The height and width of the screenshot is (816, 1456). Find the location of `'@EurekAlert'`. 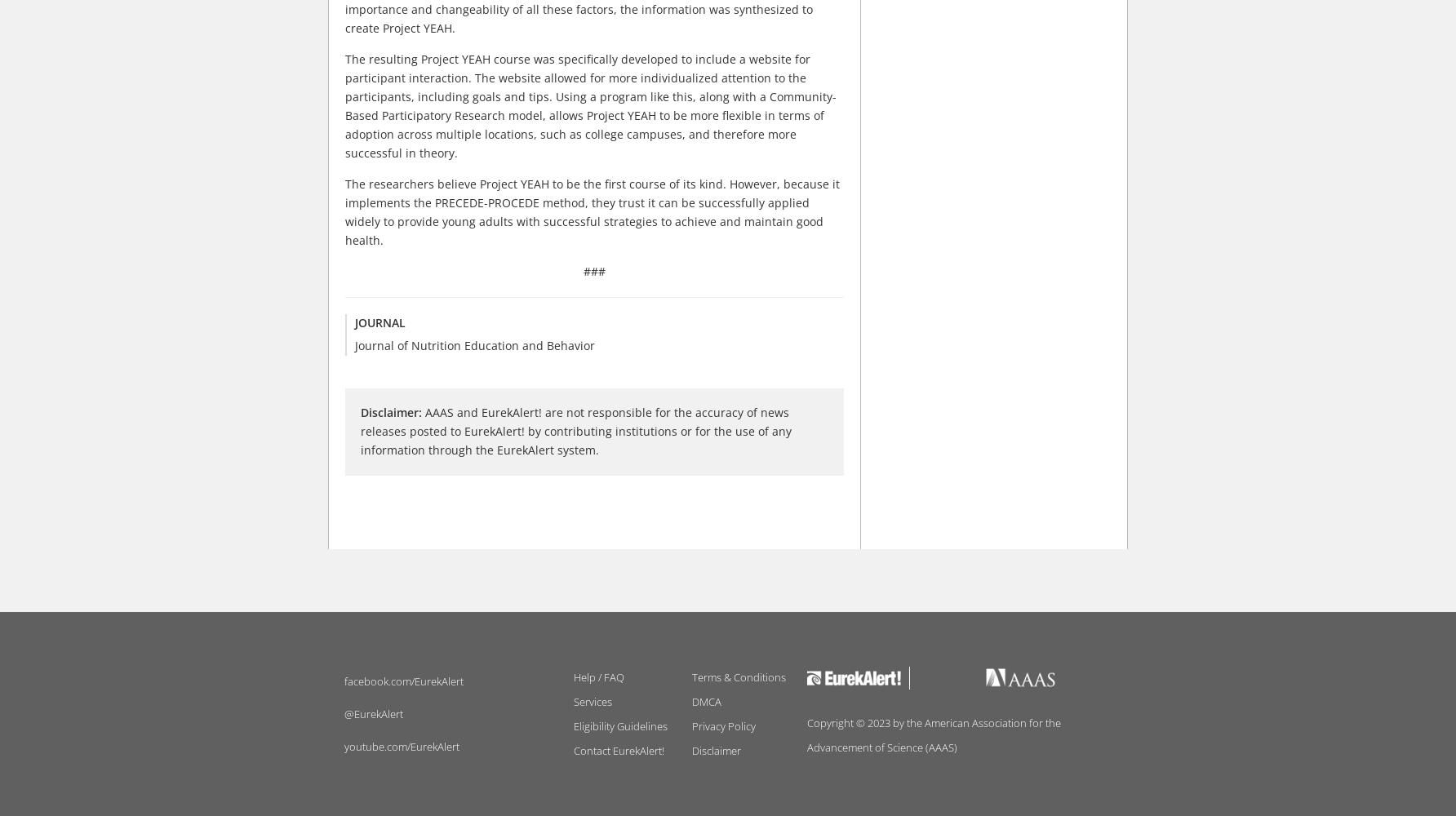

'@EurekAlert' is located at coordinates (373, 714).